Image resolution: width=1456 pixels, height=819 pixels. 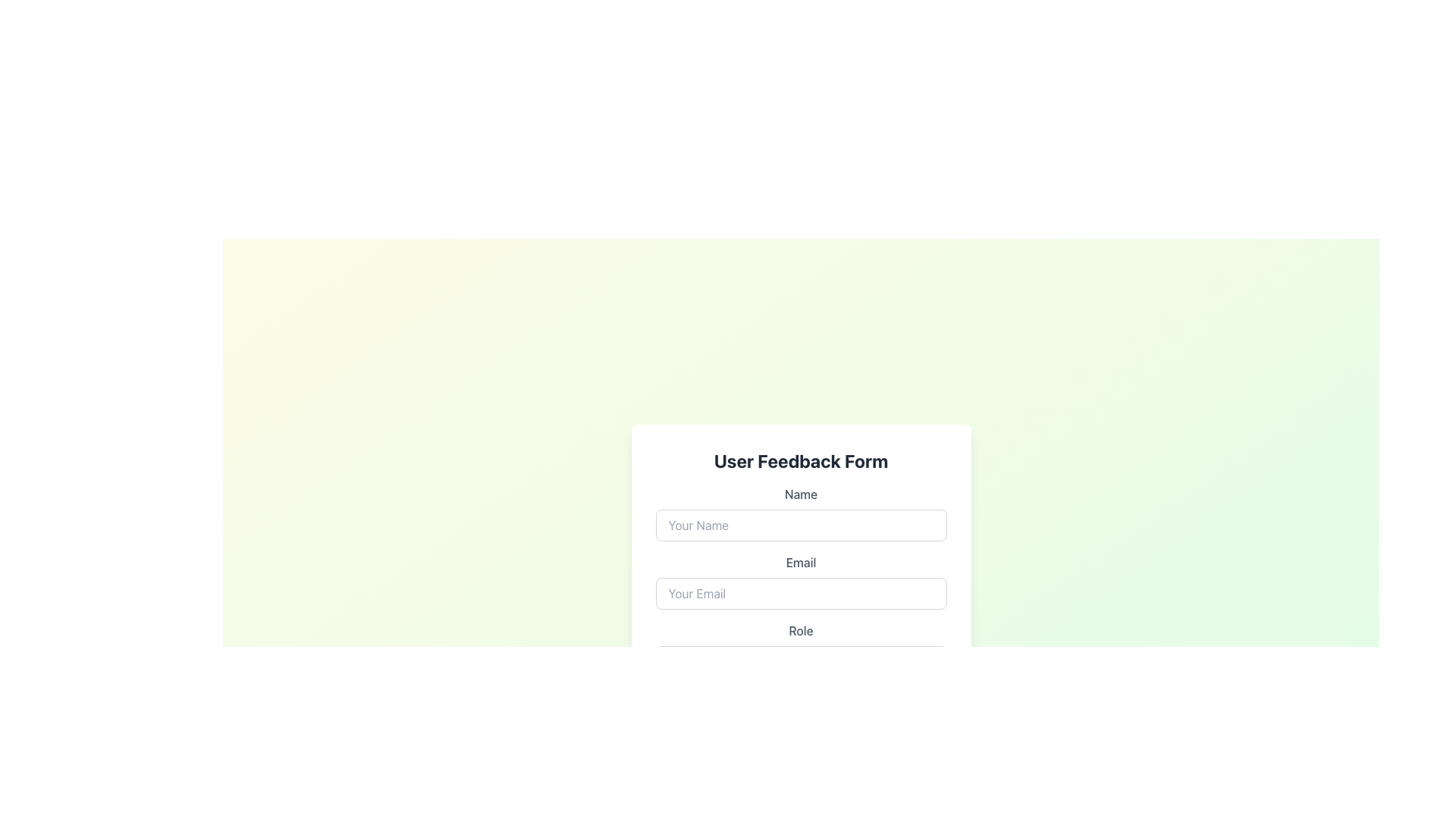 I want to click on the Text Label indicating the input field for entering the user's name, which is positioned above the input field labeled 'Your Name', so click(x=800, y=494).